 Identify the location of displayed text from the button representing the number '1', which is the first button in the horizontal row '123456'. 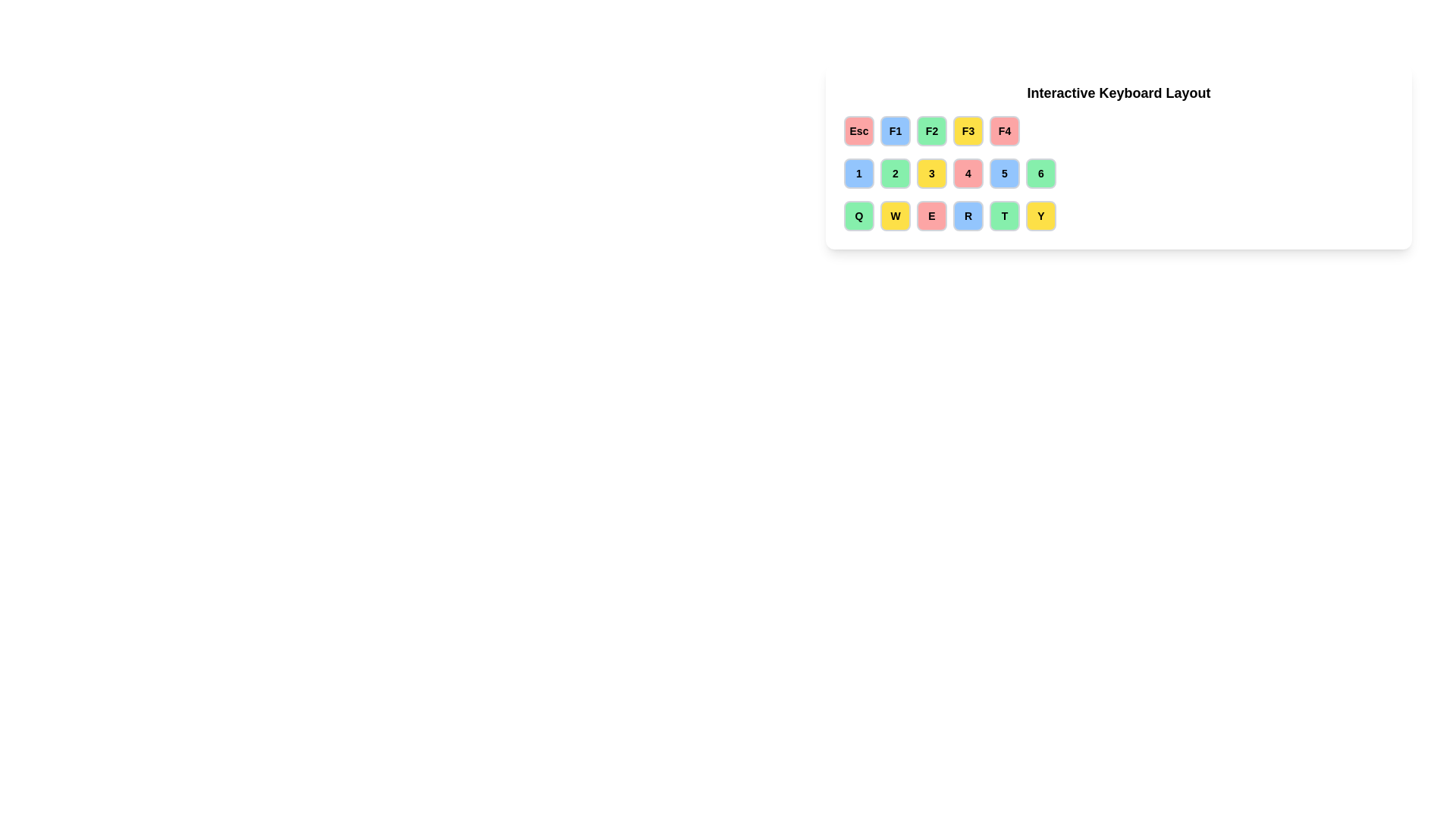
(858, 172).